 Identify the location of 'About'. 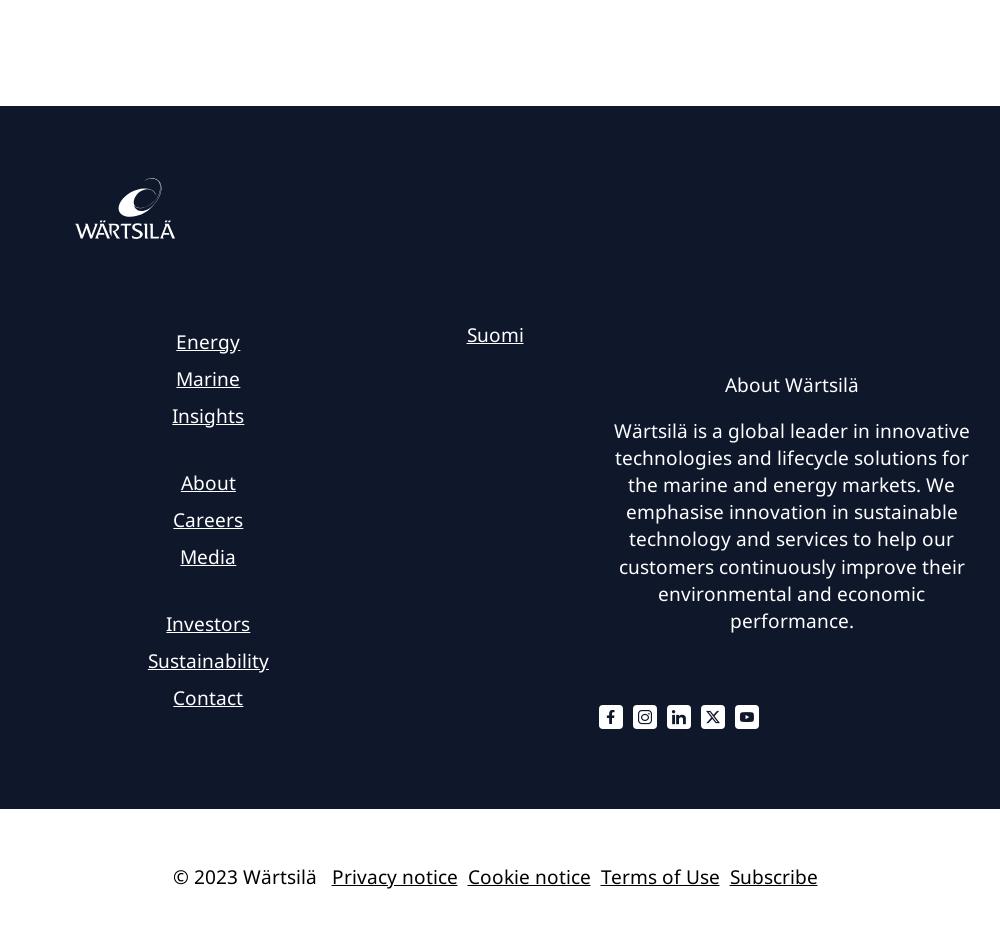
(206, 482).